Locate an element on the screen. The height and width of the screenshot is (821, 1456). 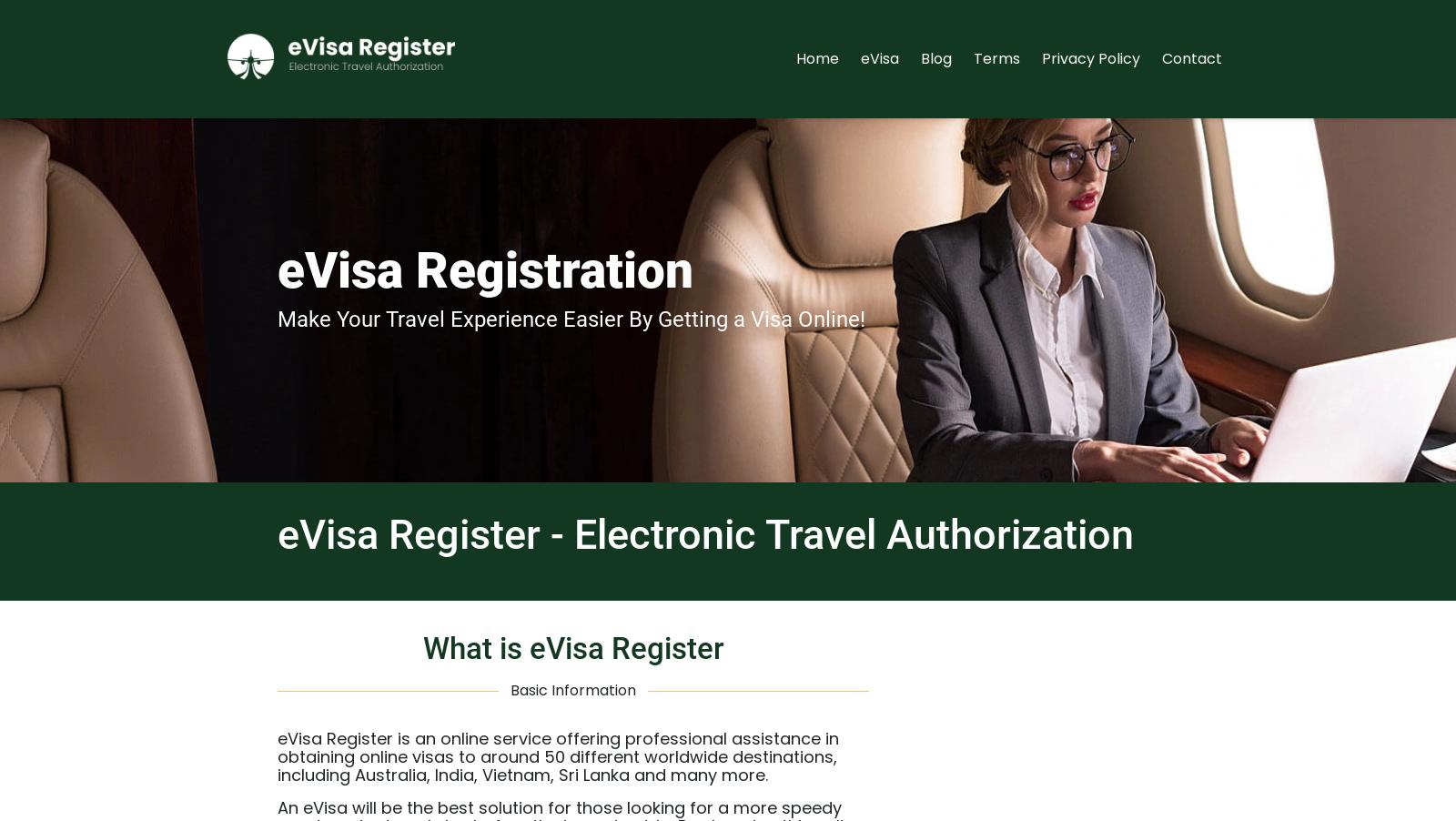
'What is eVisa Register' is located at coordinates (572, 647).